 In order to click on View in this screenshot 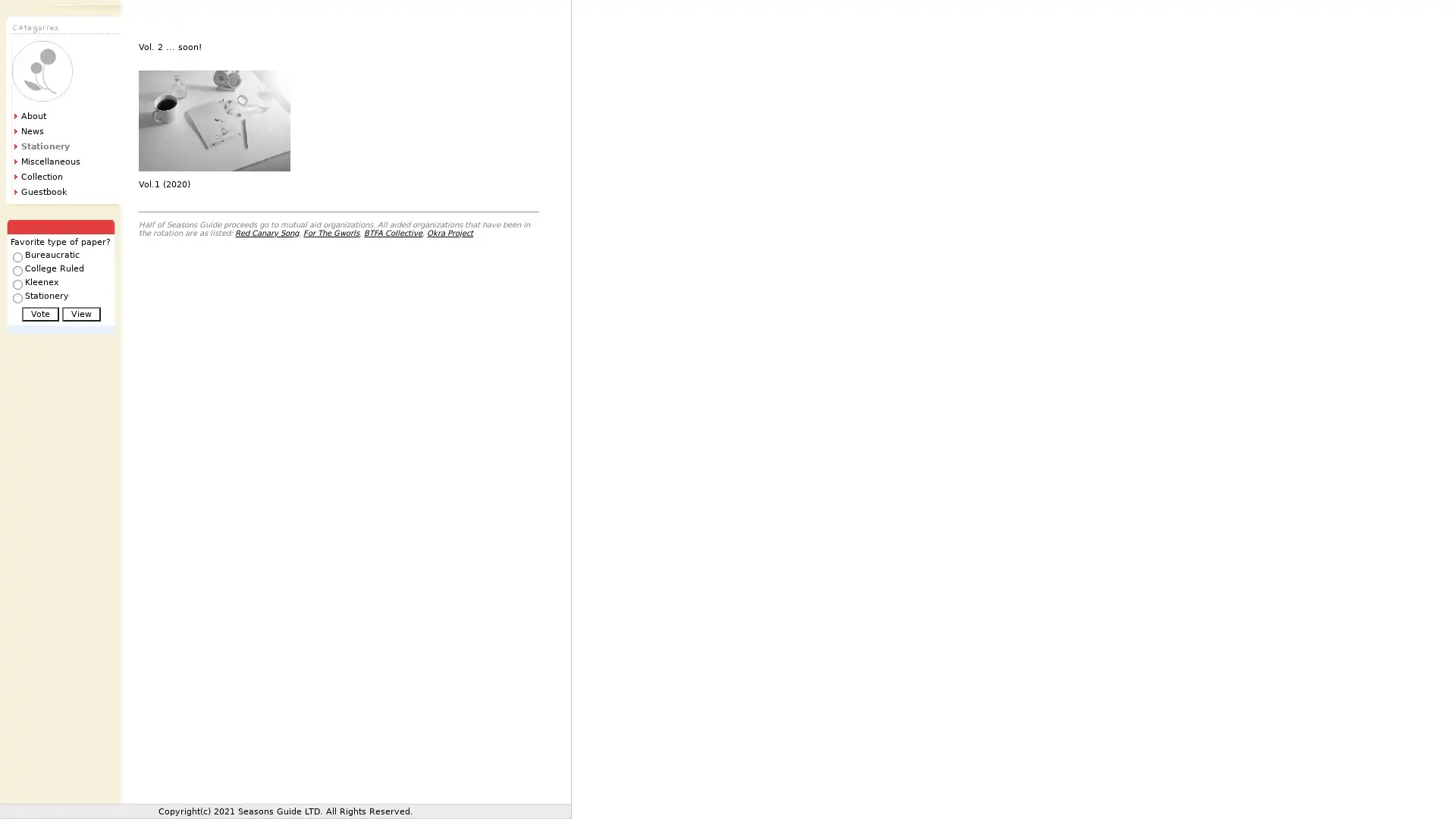, I will do `click(80, 313)`.